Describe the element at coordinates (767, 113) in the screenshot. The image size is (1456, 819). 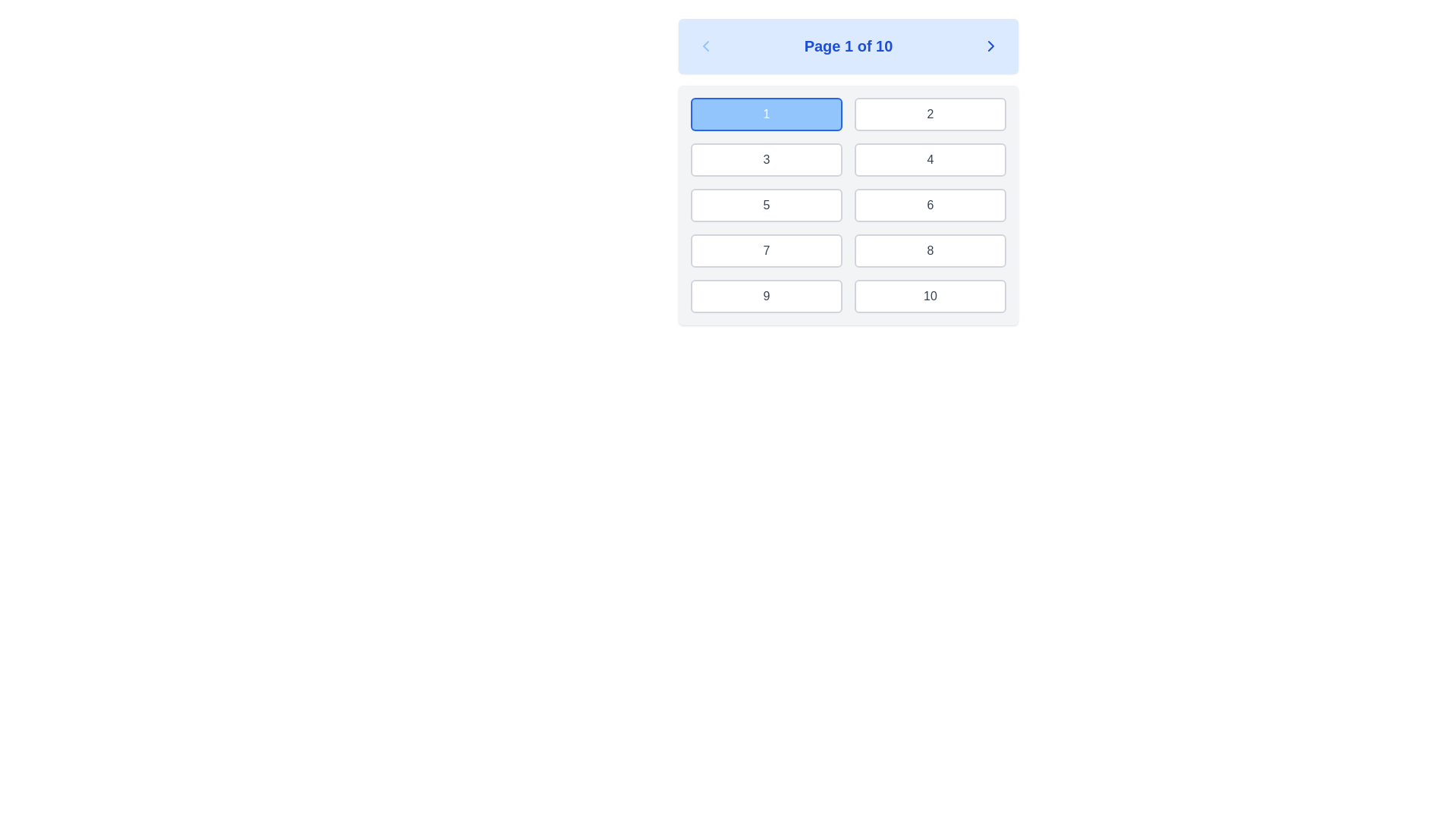
I see `the first button in the grid layout used for pagination or item selection` at that location.